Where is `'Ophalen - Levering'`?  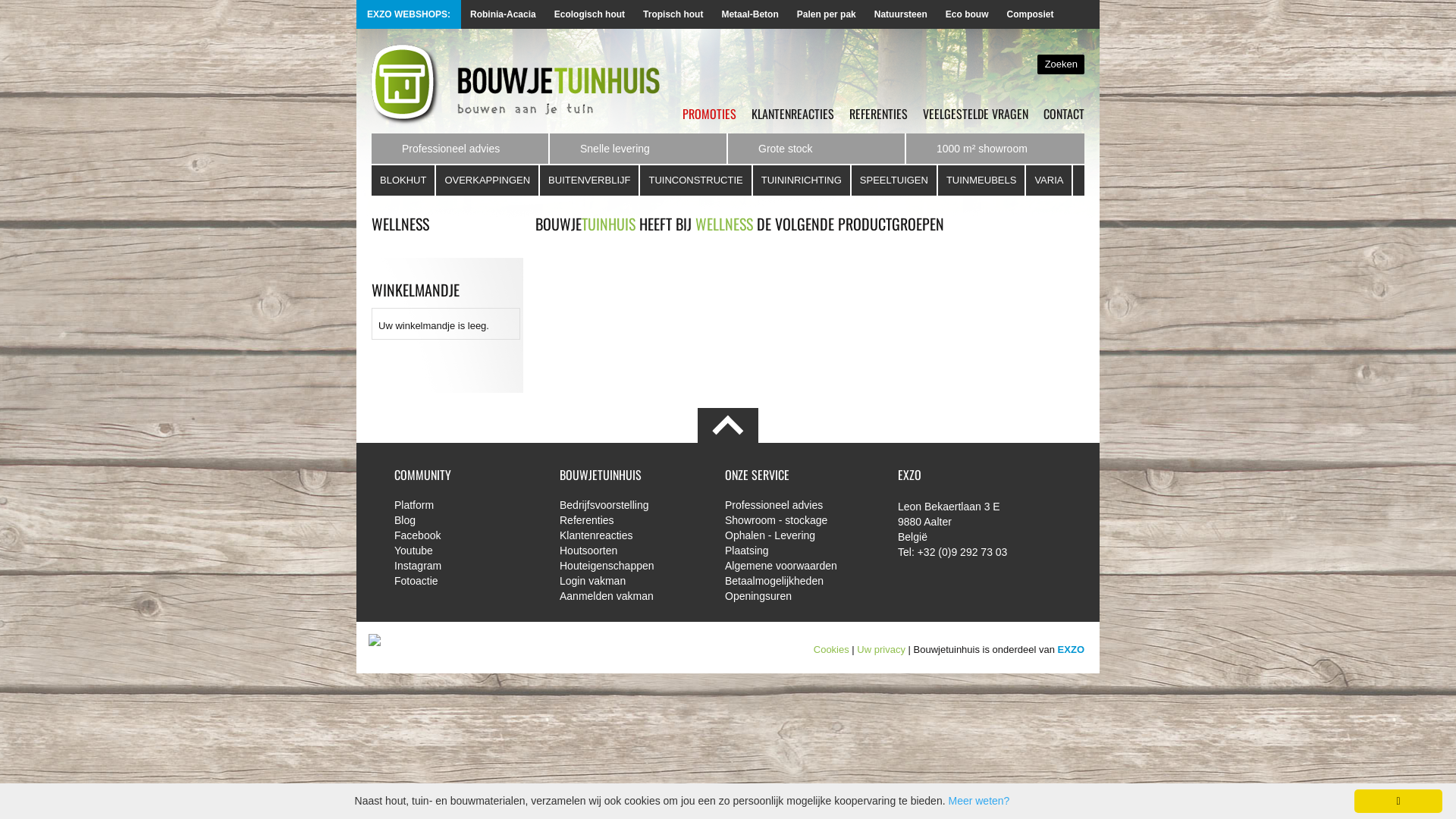 'Ophalen - Levering' is located at coordinates (795, 534).